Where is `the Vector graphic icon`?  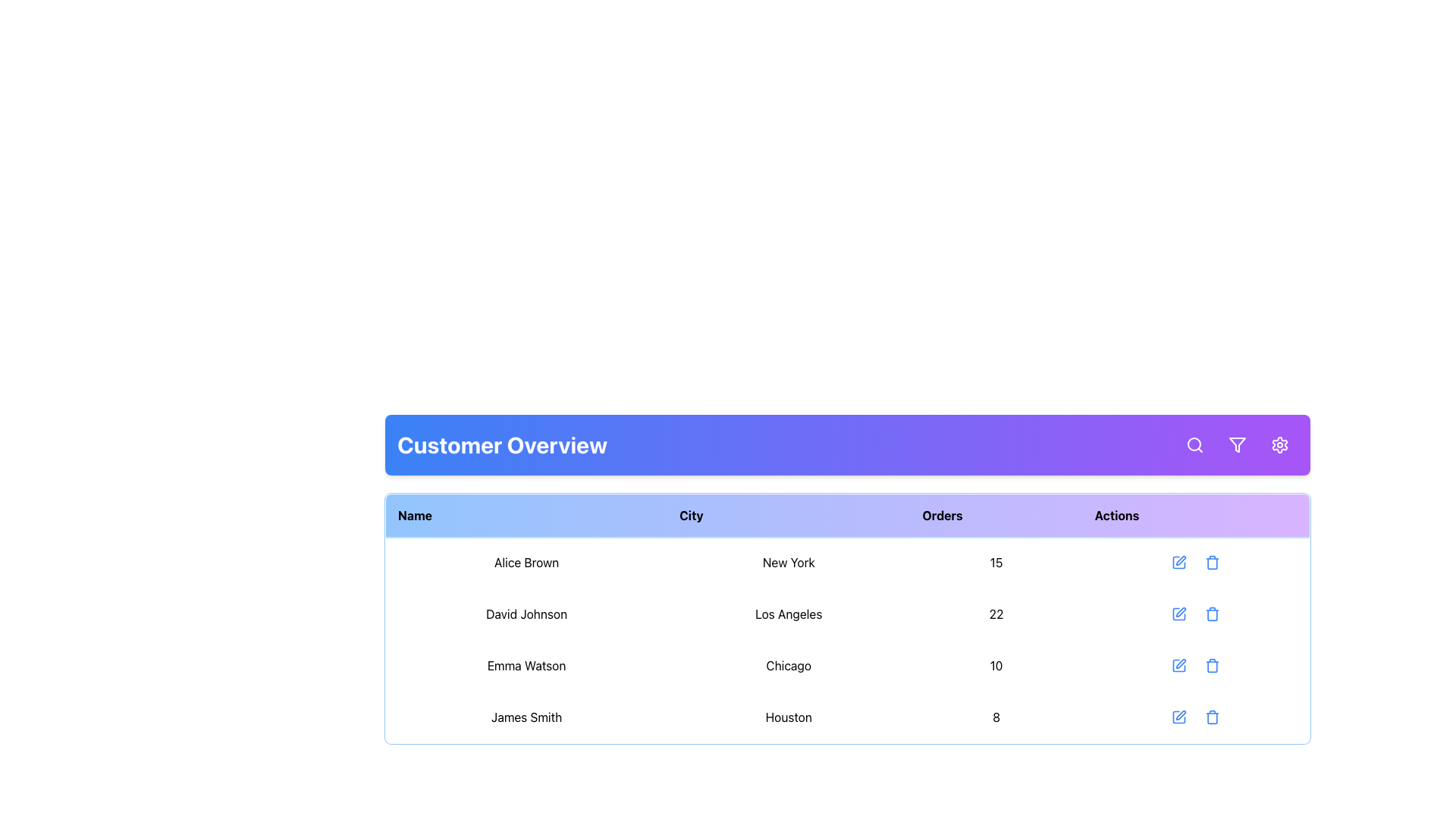
the Vector graphic icon is located at coordinates (1178, 717).